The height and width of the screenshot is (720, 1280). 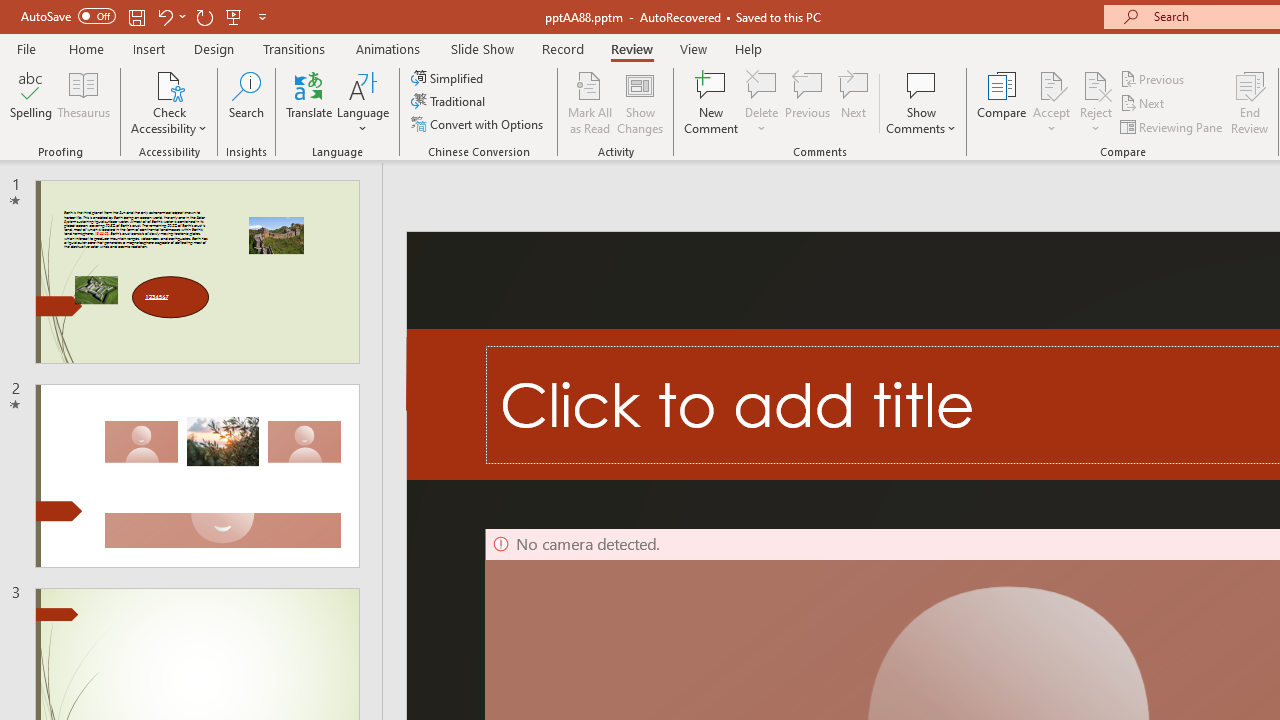 I want to click on 'Reject', so click(x=1095, y=103).